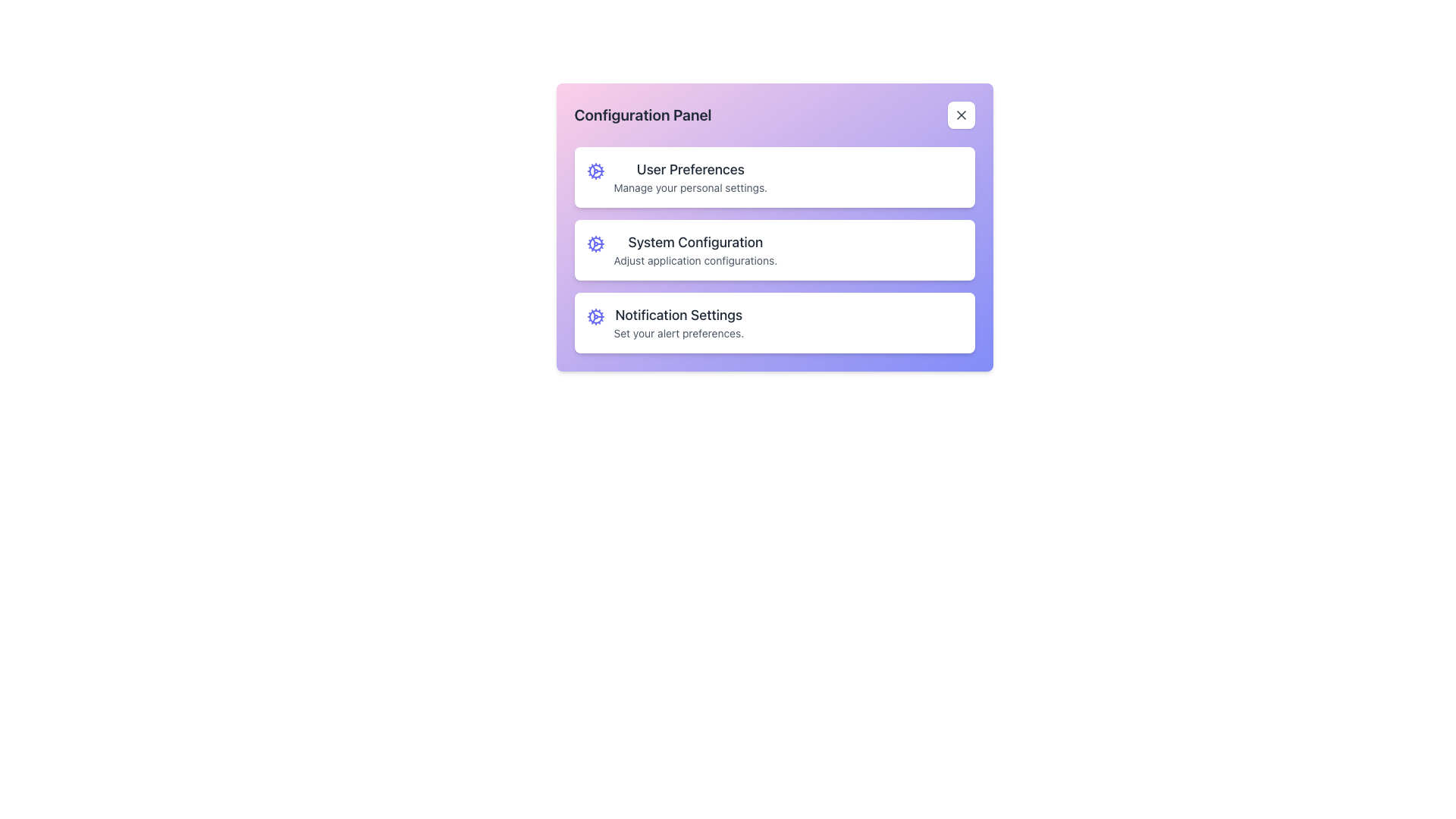 This screenshot has height=819, width=1456. What do you see at coordinates (774, 227) in the screenshot?
I see `the 'System Configuration' button, which is a rectangular button with a gear icon and text, located in the 'Configuration Panel' beneath 'User Preferences'` at bounding box center [774, 227].